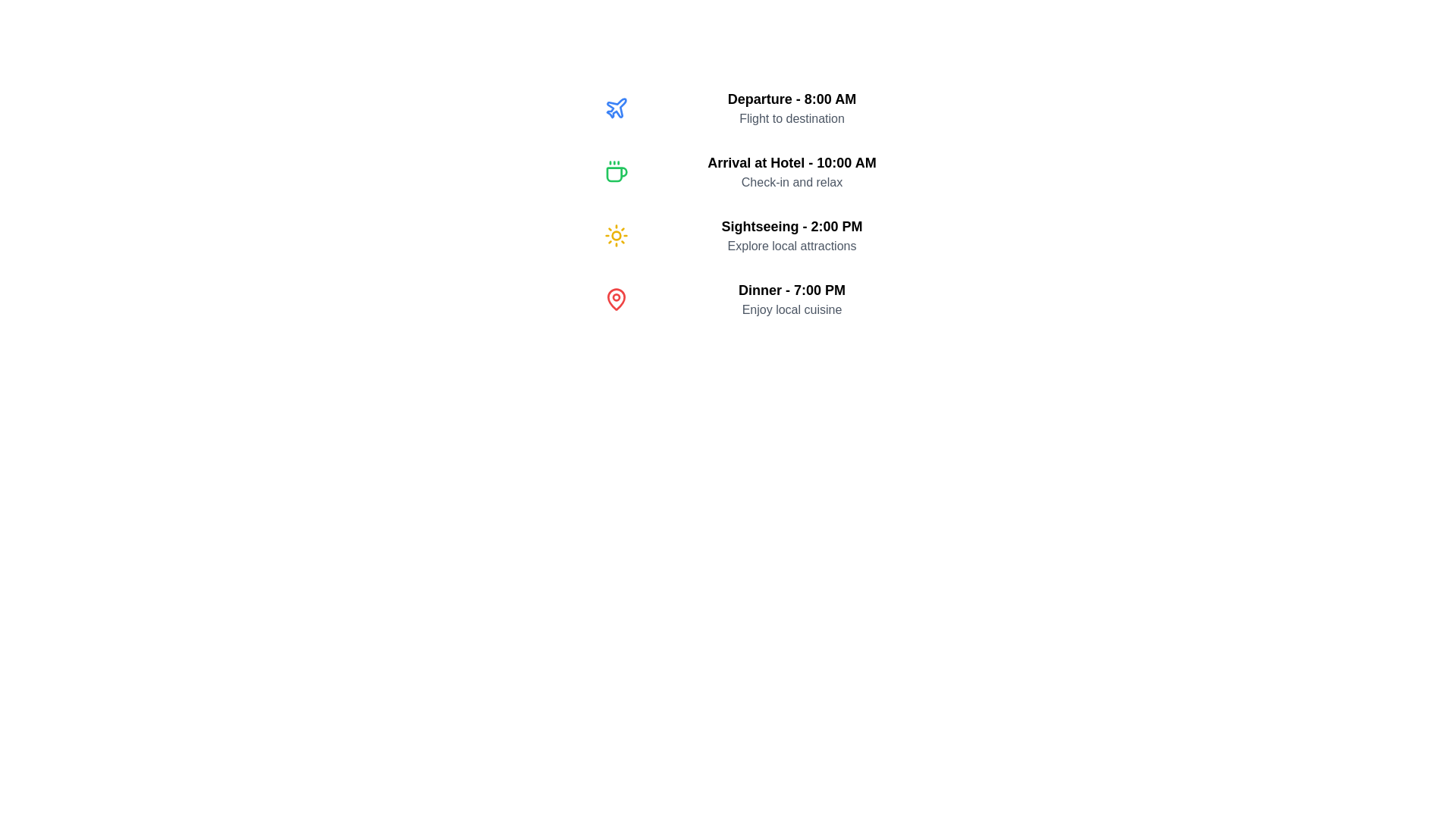 This screenshot has width=1456, height=819. I want to click on the text in the third item of the vertical list of activities, which displays scheduled activity information with a bold title and smaller description, so click(791, 236).